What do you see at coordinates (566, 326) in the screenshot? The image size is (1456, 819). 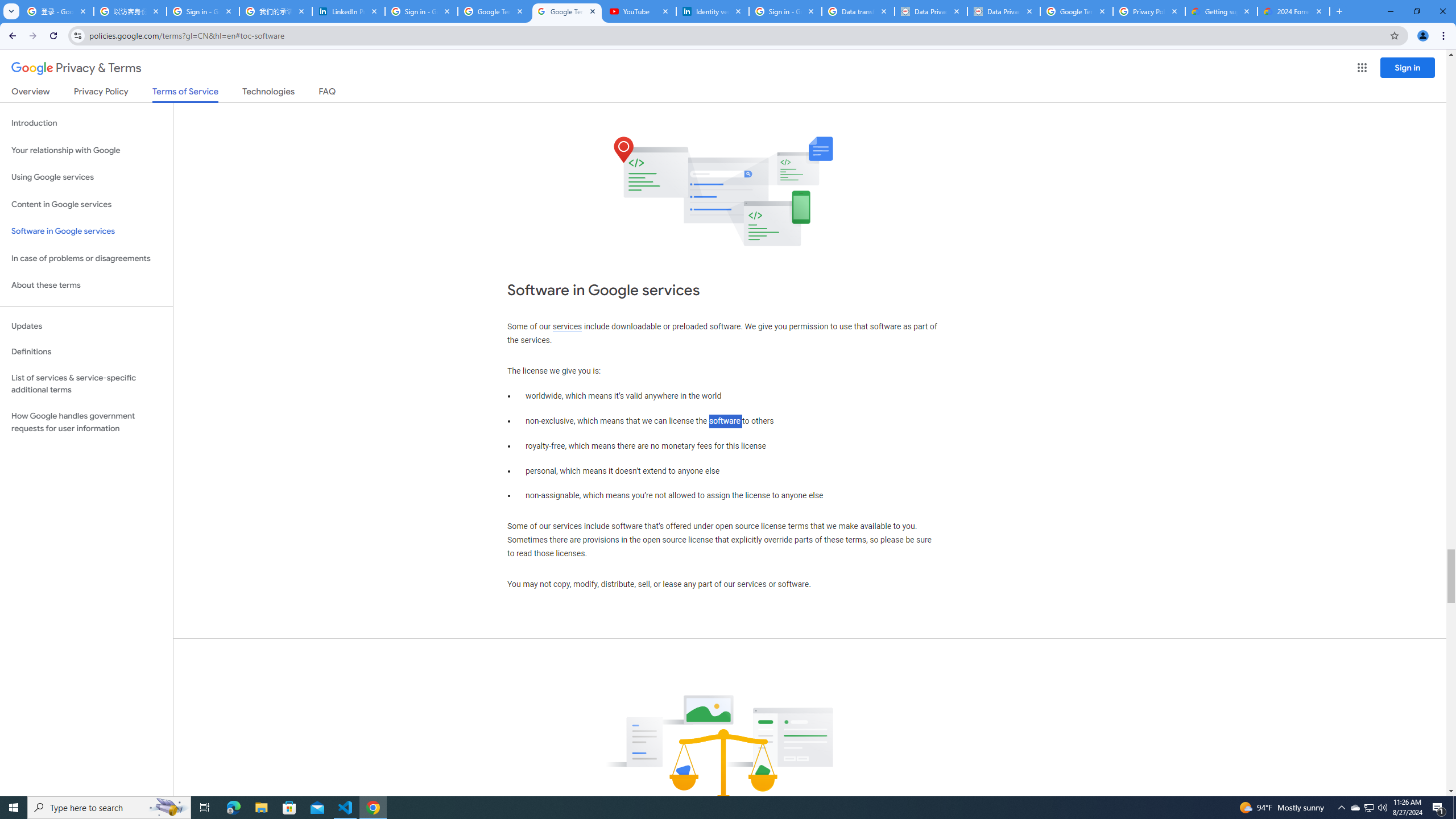 I see `'services'` at bounding box center [566, 326].